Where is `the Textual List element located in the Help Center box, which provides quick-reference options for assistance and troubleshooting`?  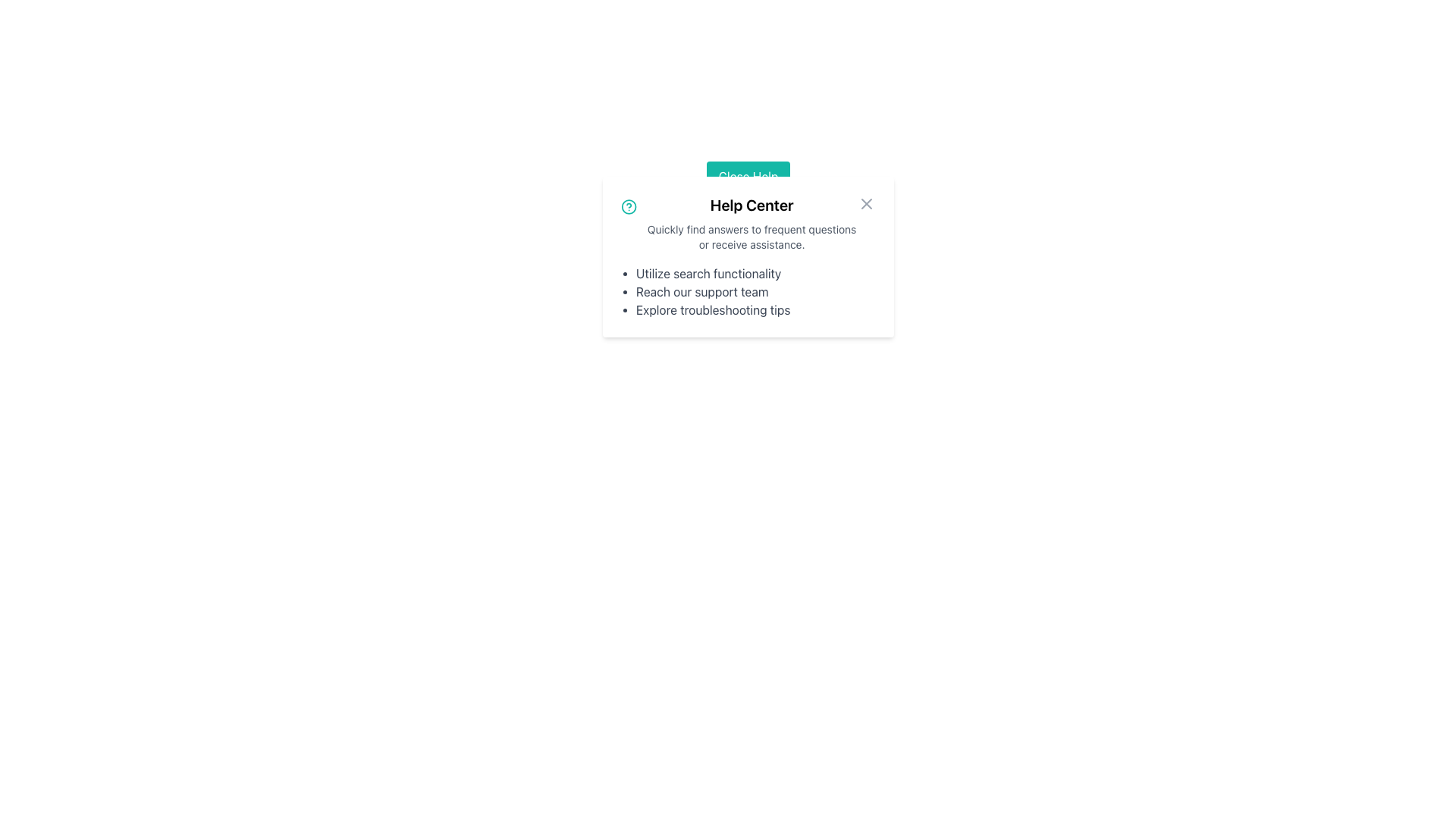
the Textual List element located in the Help Center box, which provides quick-reference options for assistance and troubleshooting is located at coordinates (748, 292).